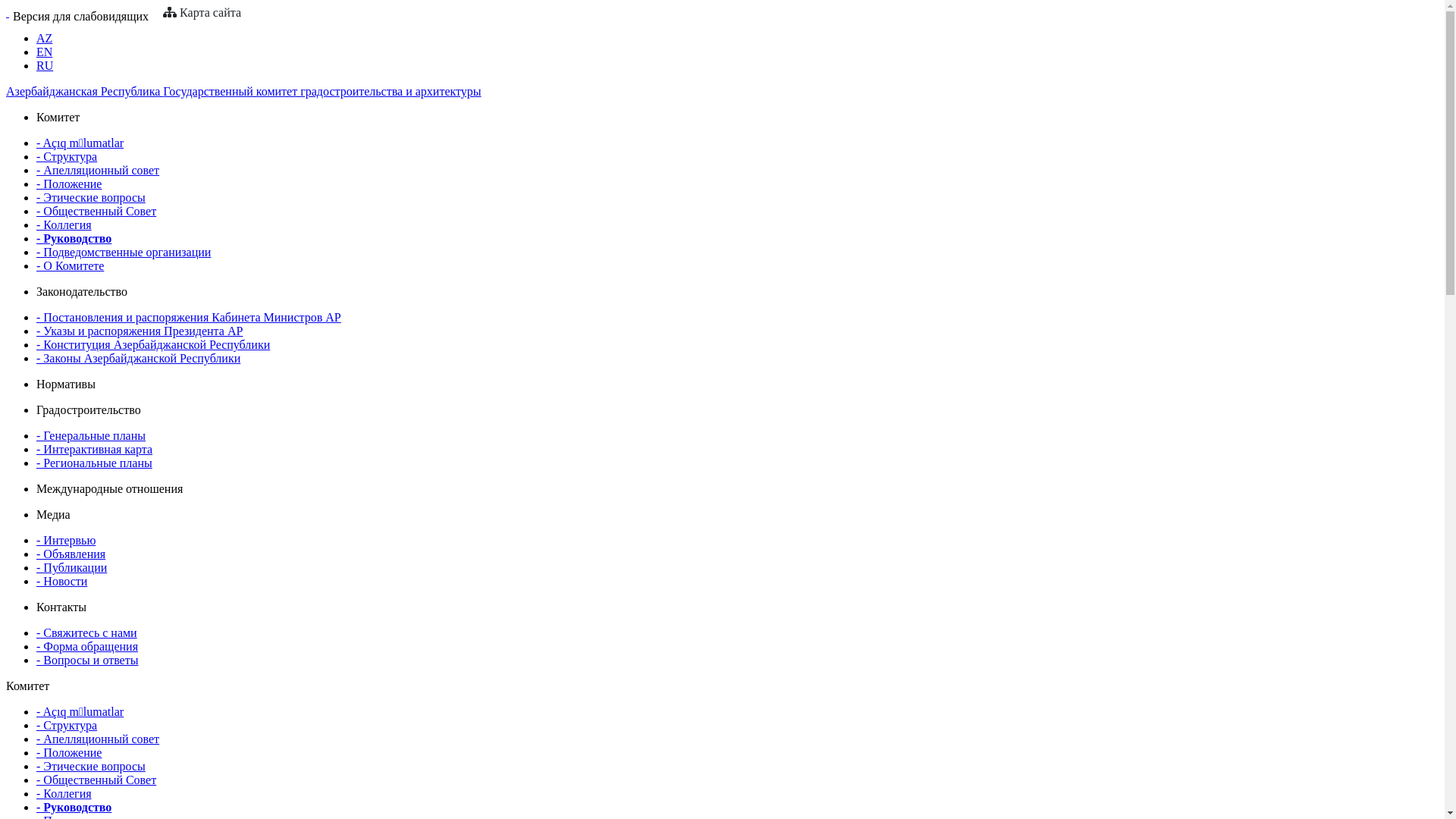 This screenshot has width=1456, height=819. Describe the element at coordinates (44, 64) in the screenshot. I see `'RU'` at that location.